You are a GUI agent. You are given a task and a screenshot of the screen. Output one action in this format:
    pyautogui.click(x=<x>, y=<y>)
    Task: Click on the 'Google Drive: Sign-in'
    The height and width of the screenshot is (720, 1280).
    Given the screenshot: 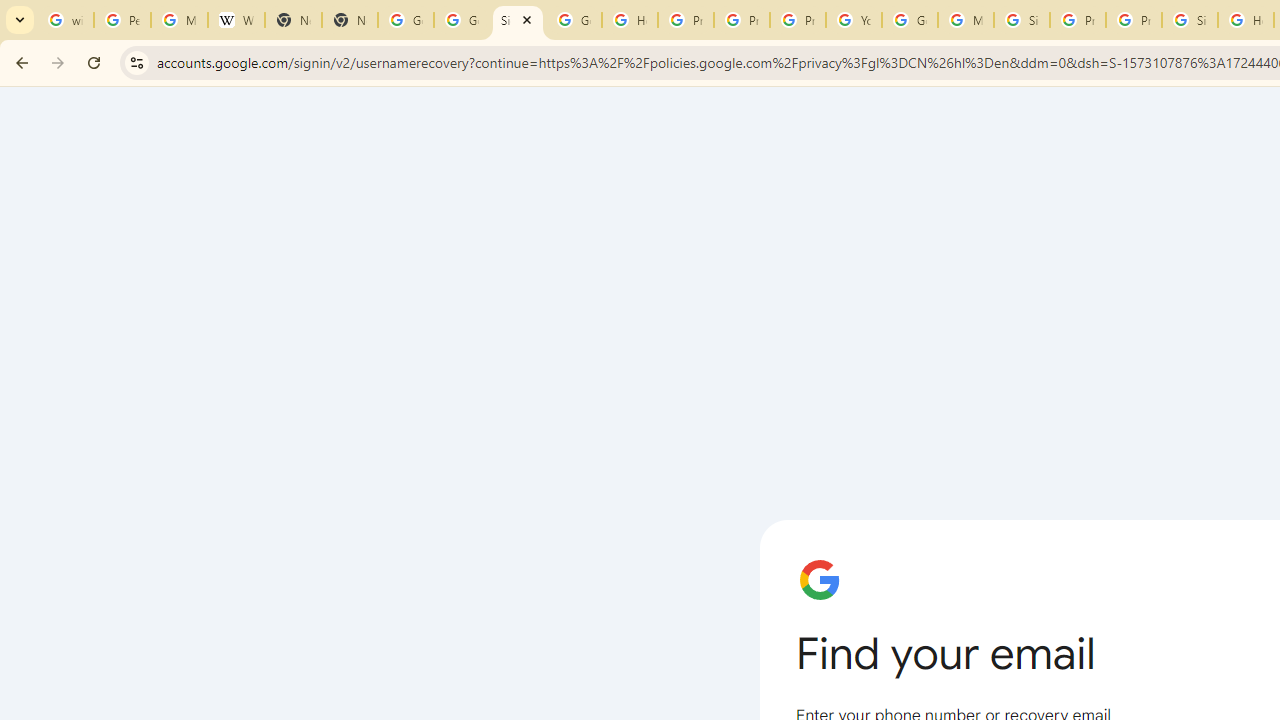 What is the action you would take?
    pyautogui.click(x=461, y=20)
    